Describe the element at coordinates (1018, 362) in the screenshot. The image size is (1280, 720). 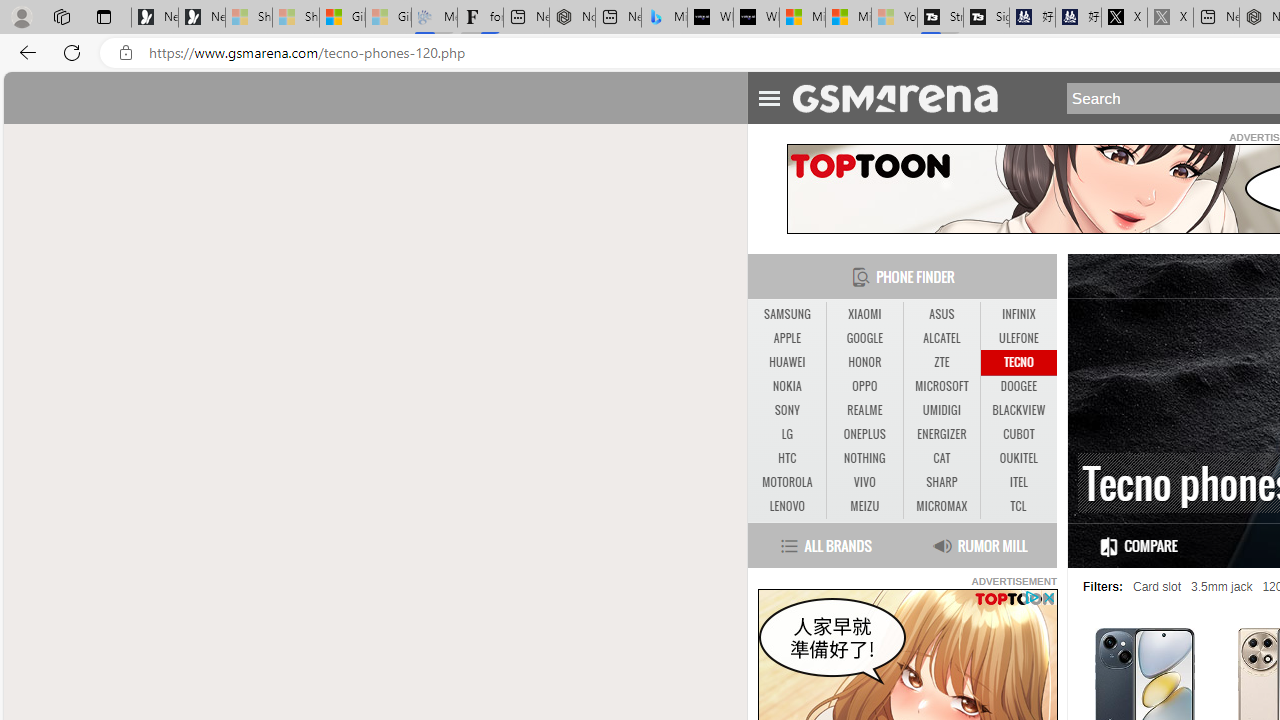
I see `'TECNO'` at that location.